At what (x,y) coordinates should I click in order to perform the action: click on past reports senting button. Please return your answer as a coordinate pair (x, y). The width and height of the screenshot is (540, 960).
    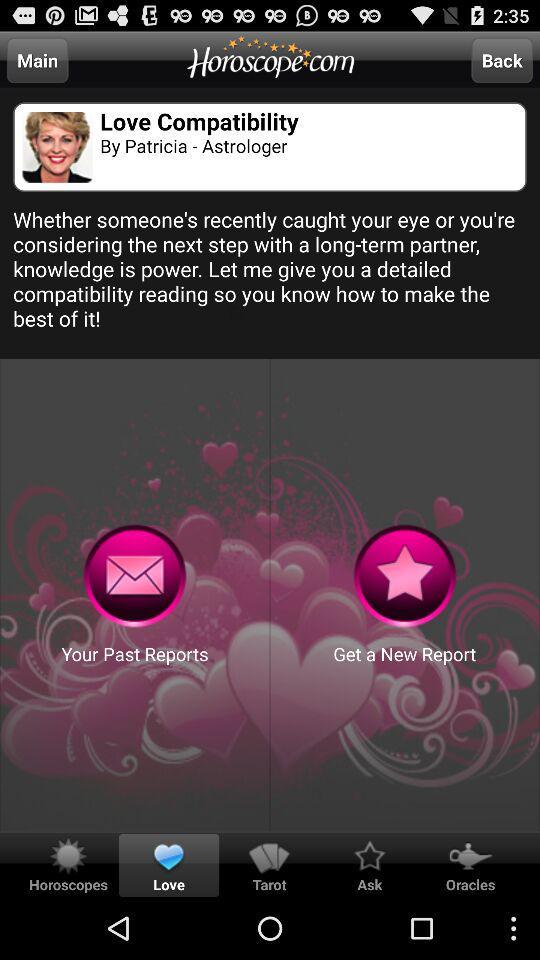
    Looking at the image, I should click on (135, 576).